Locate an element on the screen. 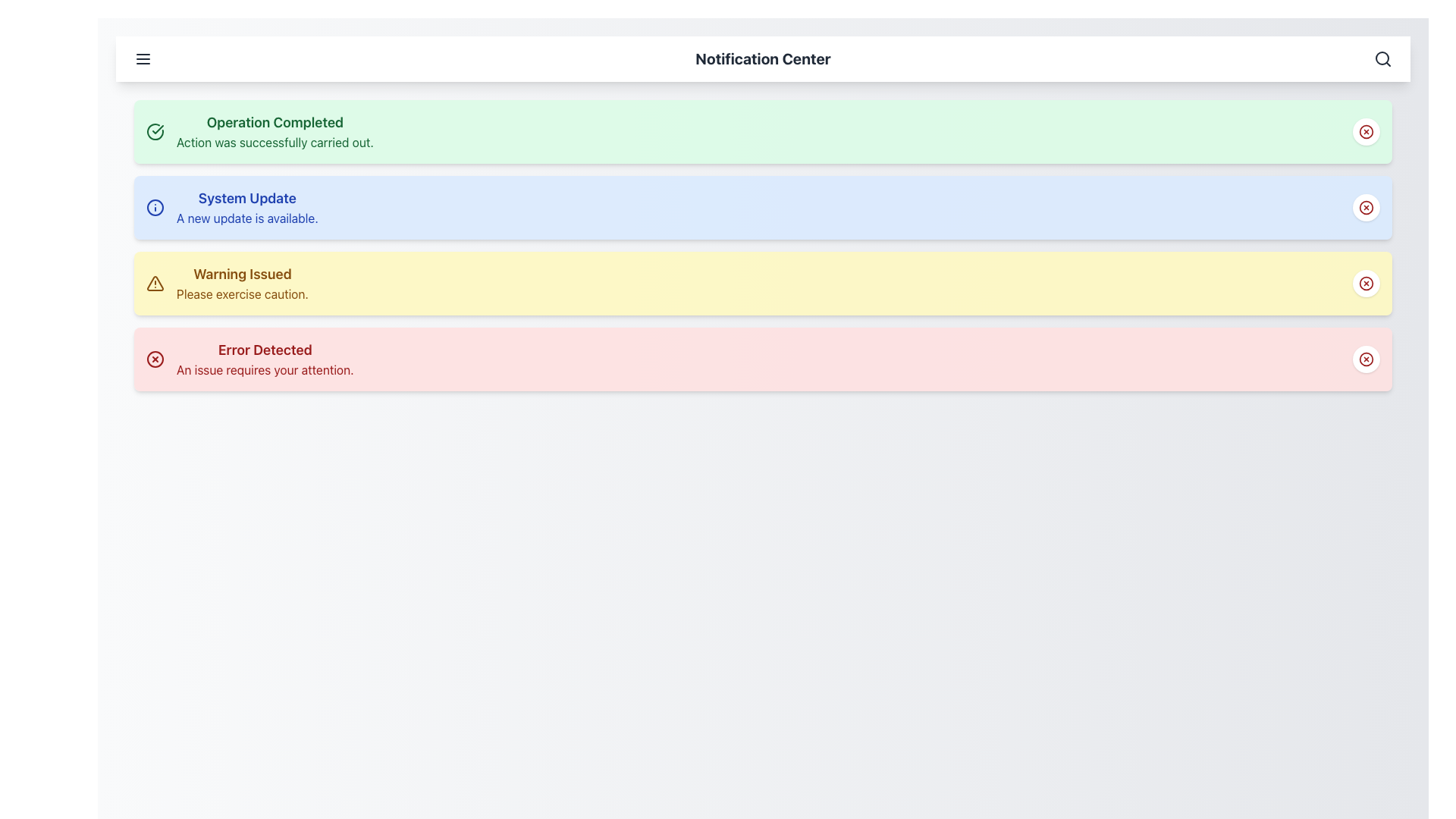  the circular dismiss button with a red 'X' icon located at the far right of the 'Error Detected' notification card is located at coordinates (1366, 359).